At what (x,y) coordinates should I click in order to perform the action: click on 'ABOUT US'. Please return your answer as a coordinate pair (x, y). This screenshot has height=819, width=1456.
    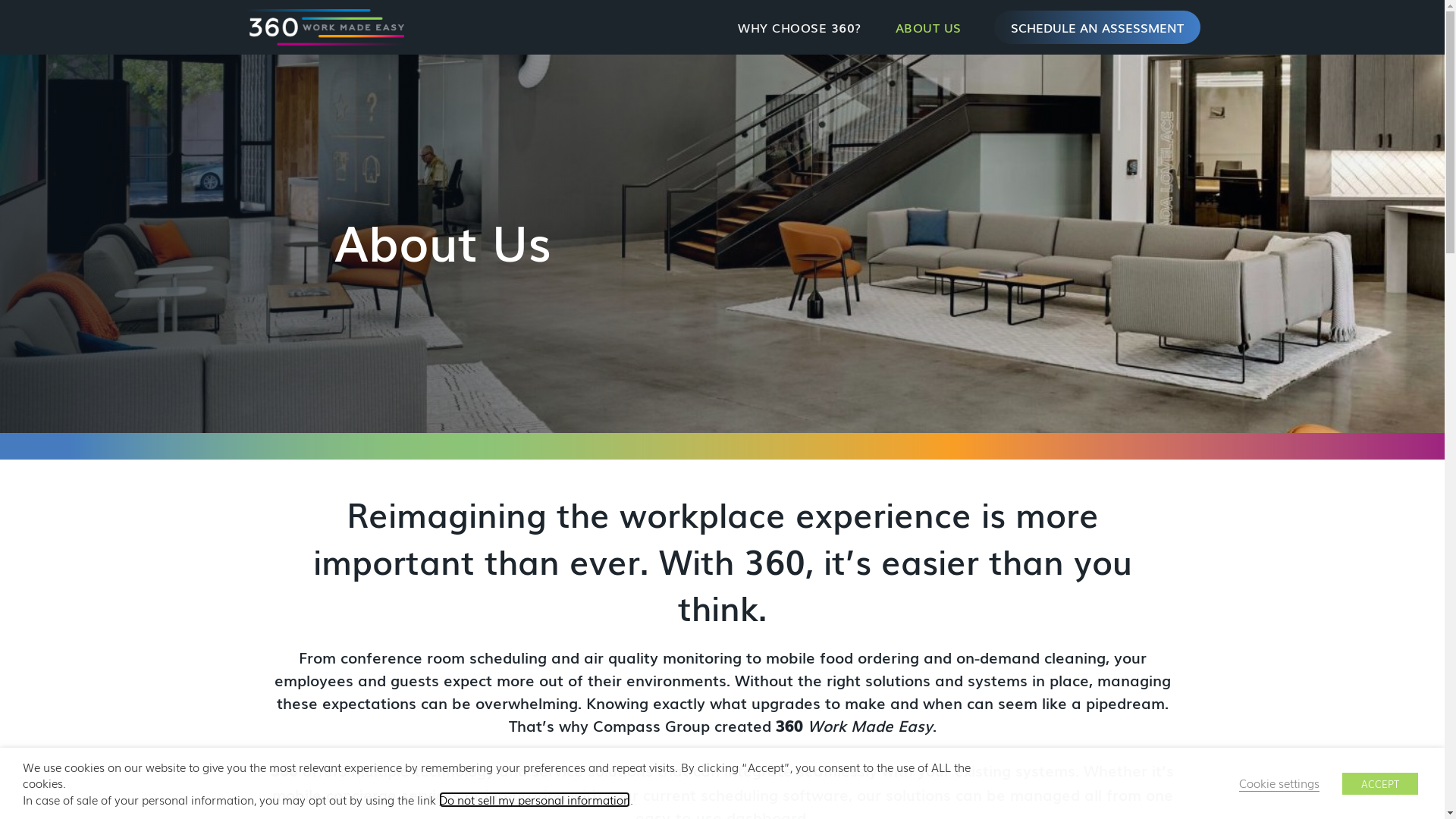
    Looking at the image, I should click on (927, 27).